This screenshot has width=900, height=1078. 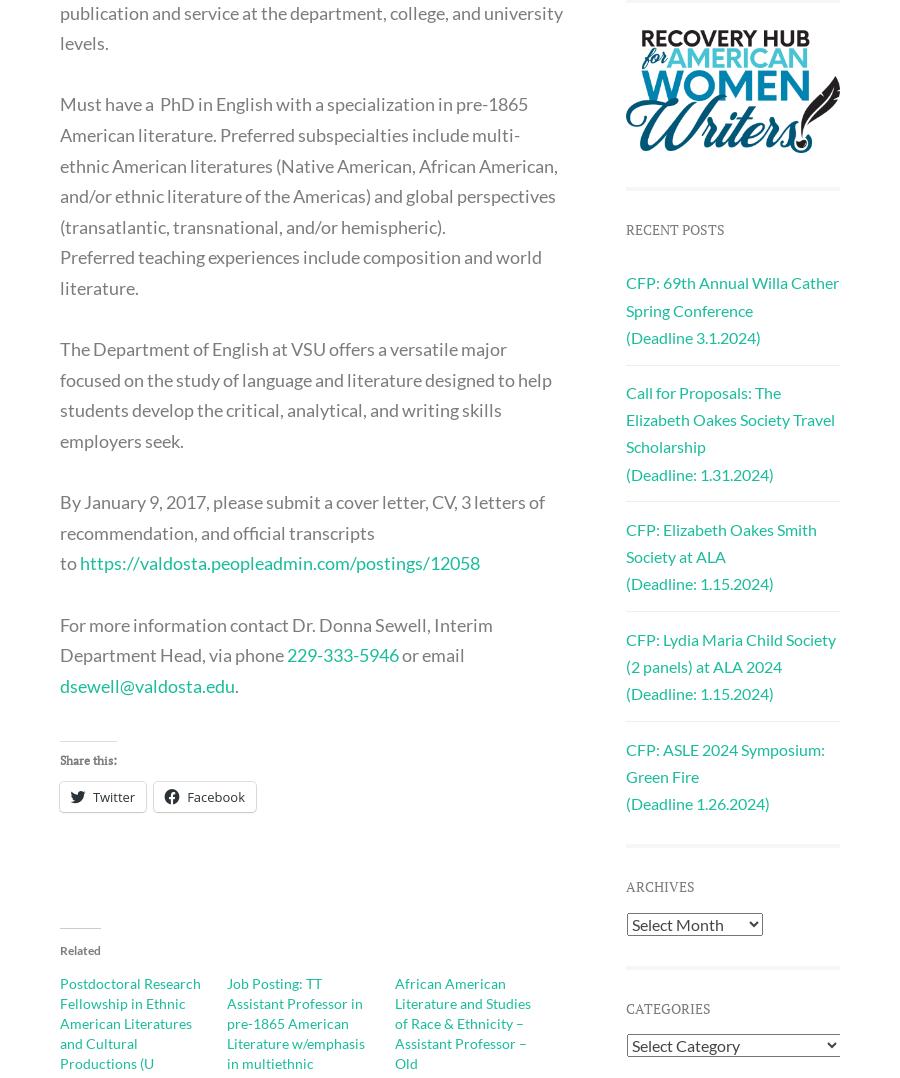 What do you see at coordinates (235, 684) in the screenshot?
I see `'.'` at bounding box center [235, 684].